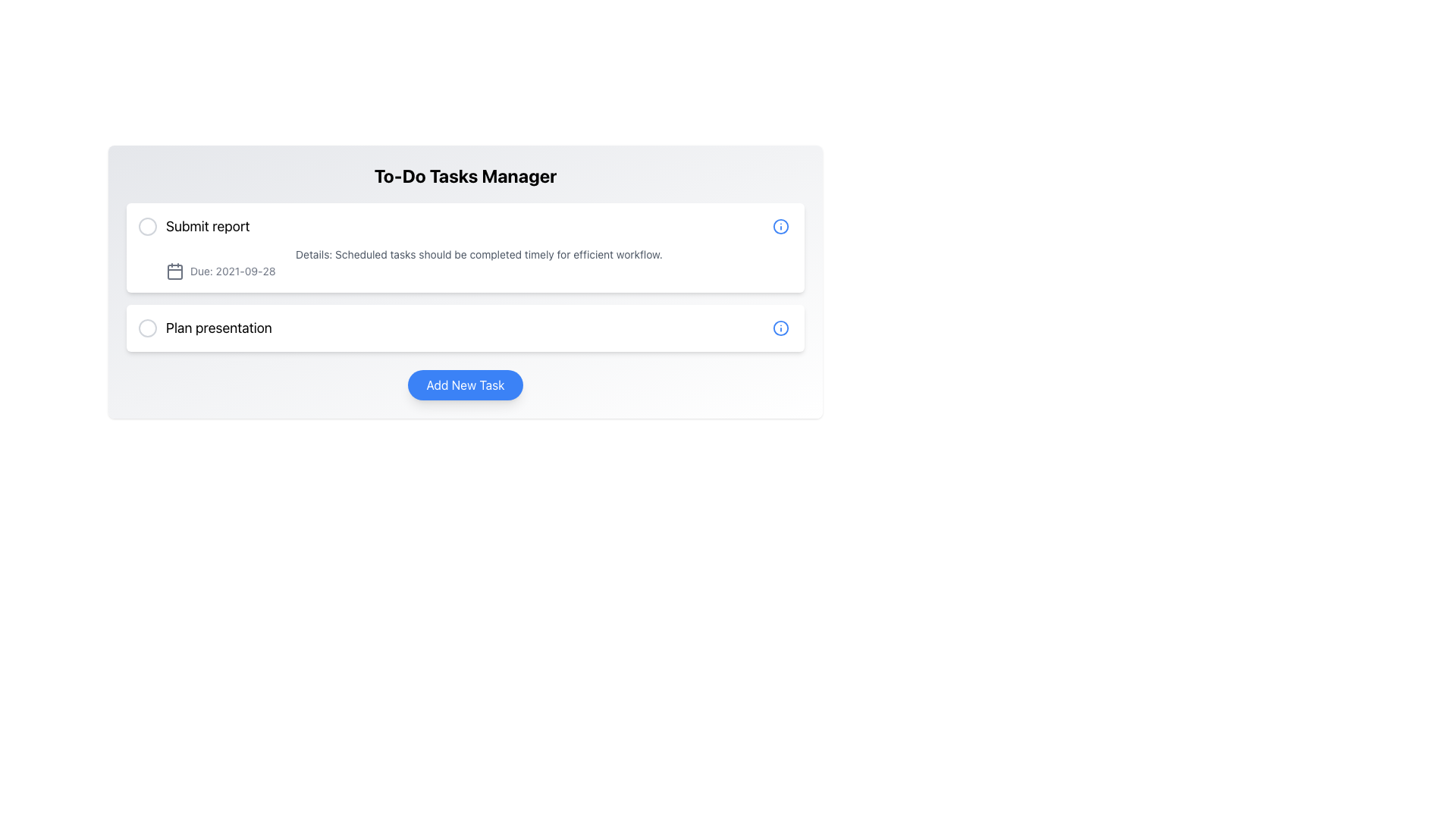  I want to click on the text label associated with a task item, so click(218, 327).